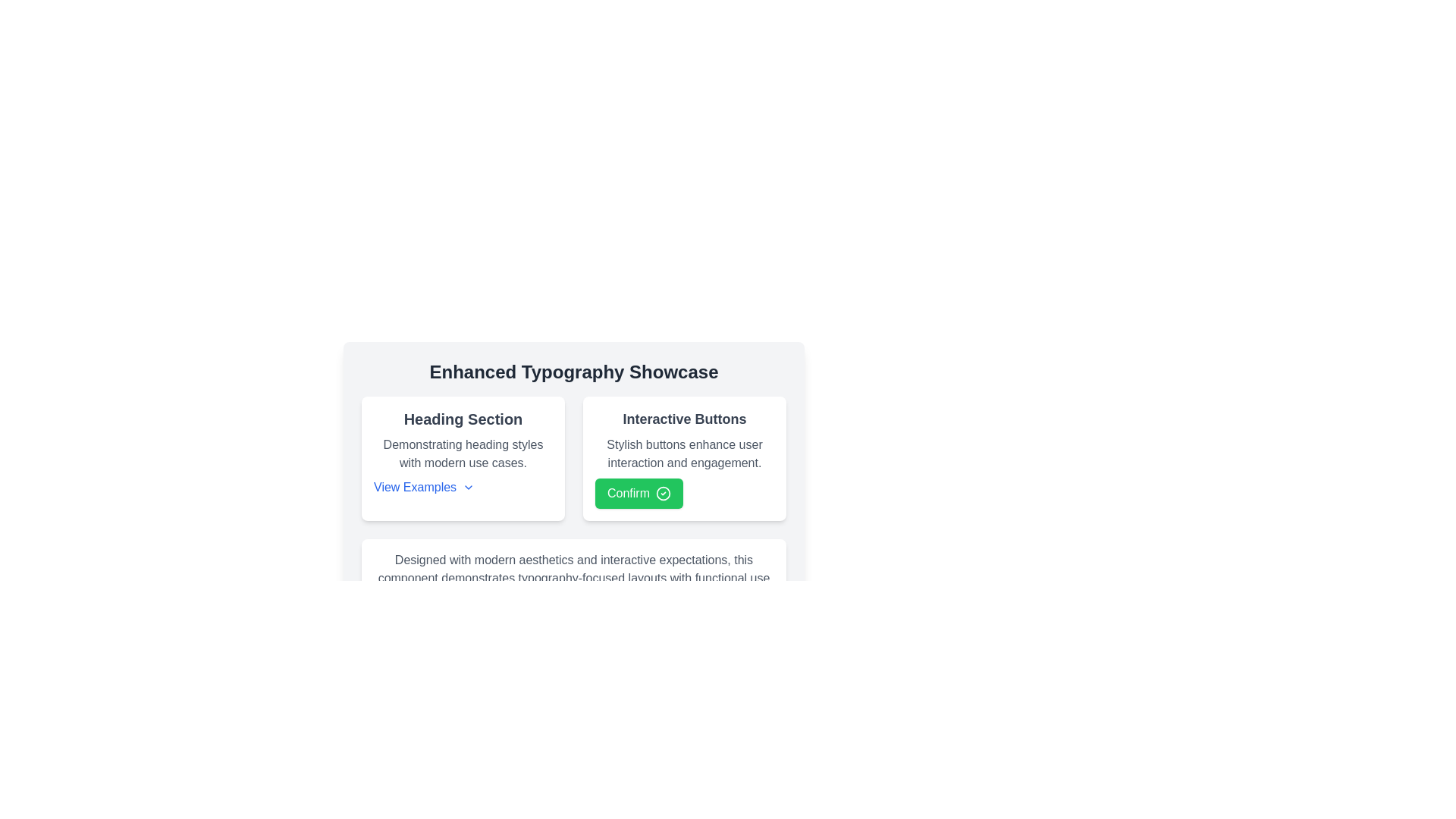 The image size is (1456, 819). I want to click on the 'Confirm' button located on the second card component in the two-column grid layout, positioned to the right of the 'Heading Section', so click(683, 458).